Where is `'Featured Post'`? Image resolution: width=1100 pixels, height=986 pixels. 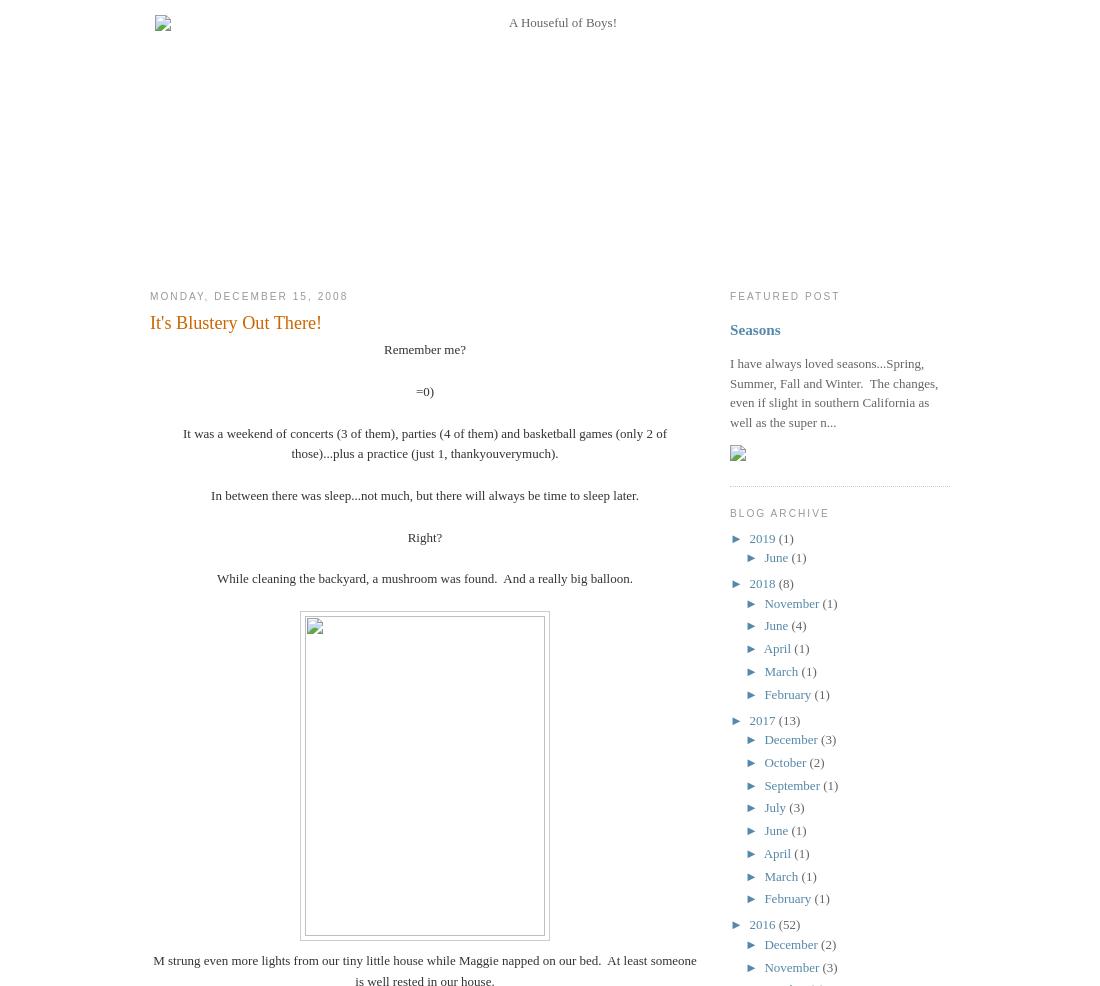 'Featured Post' is located at coordinates (784, 296).